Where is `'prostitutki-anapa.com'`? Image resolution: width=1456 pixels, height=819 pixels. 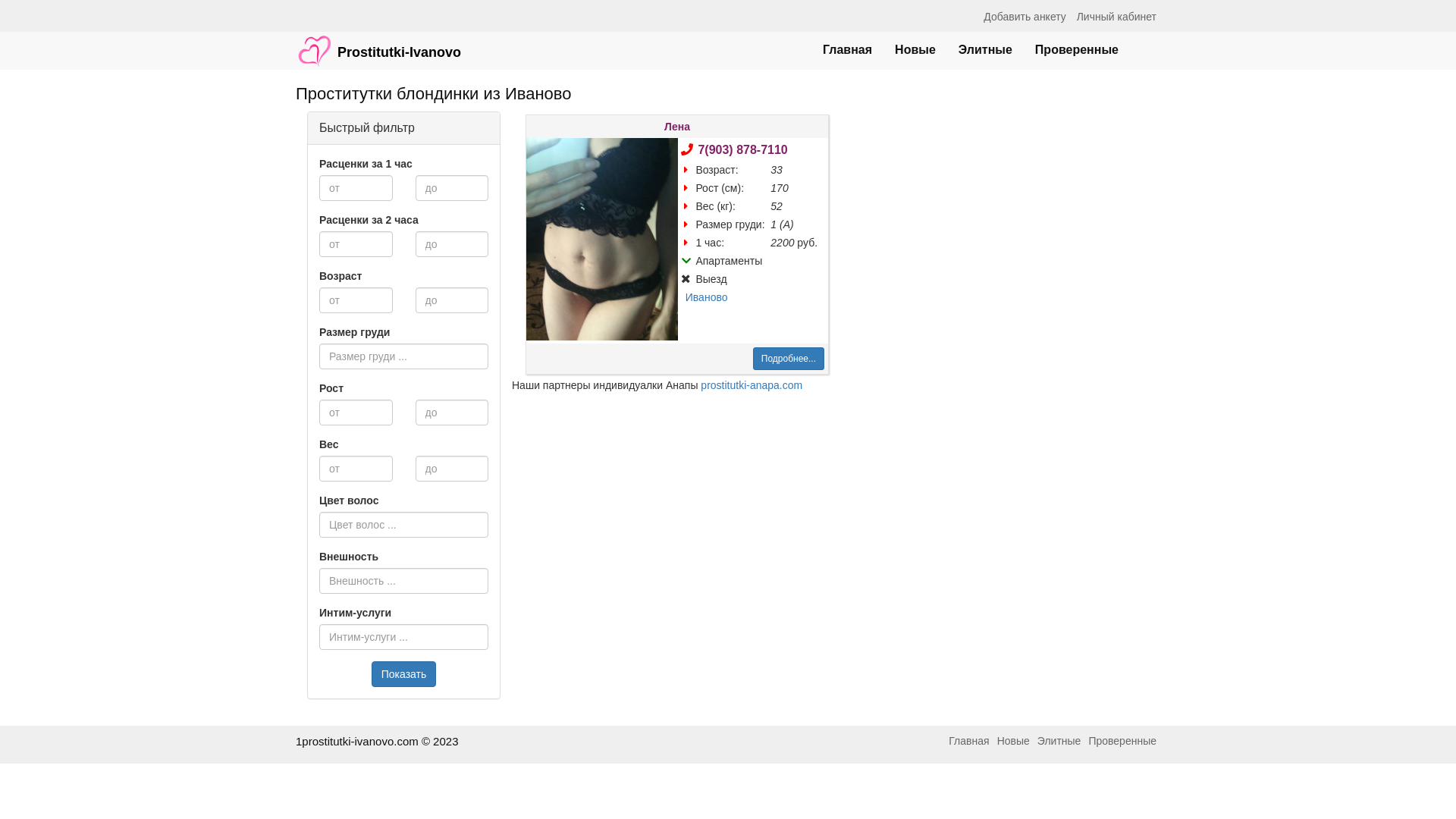 'prostitutki-anapa.com' is located at coordinates (751, 384).